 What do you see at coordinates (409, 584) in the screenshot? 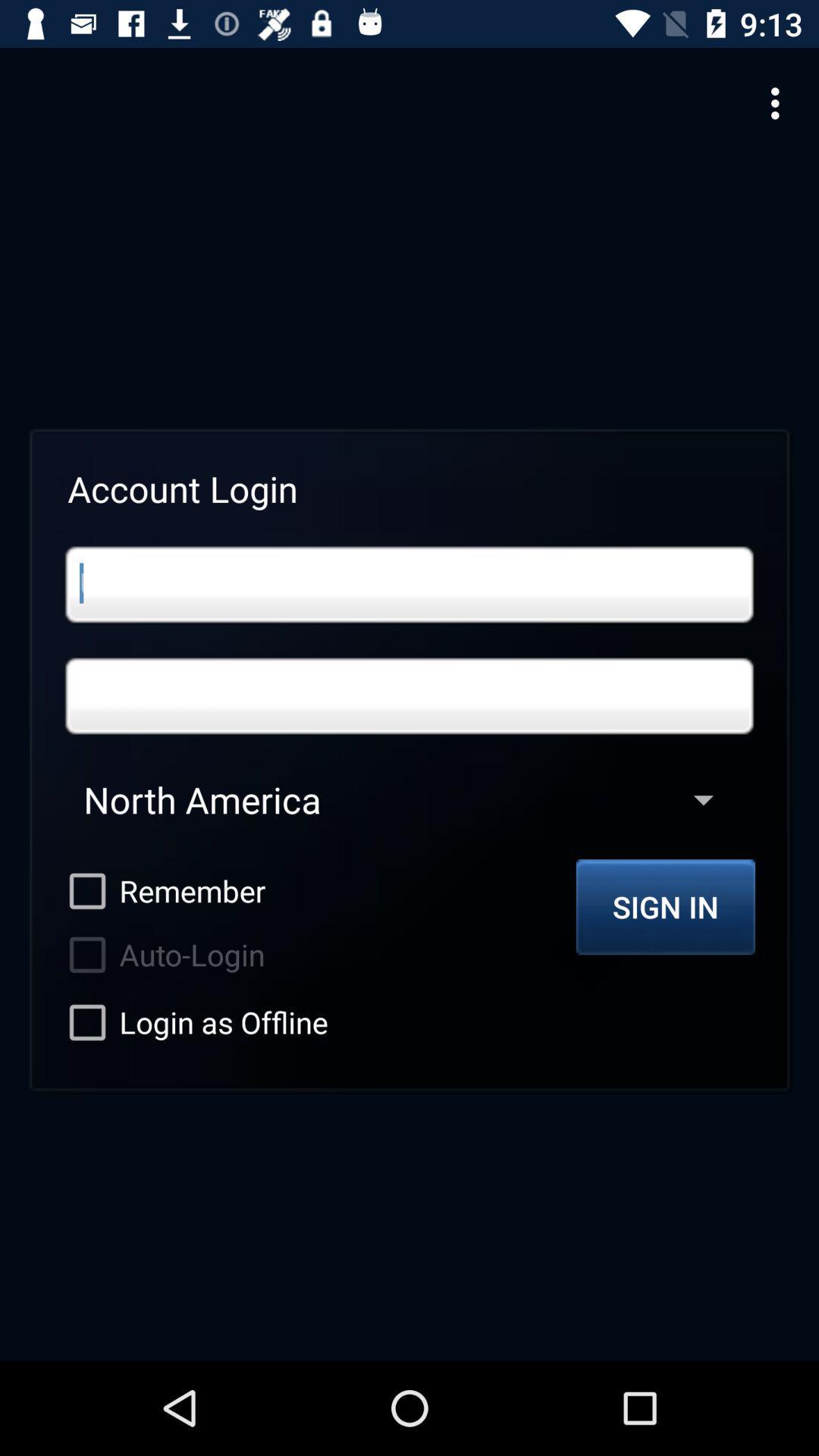
I see `username` at bounding box center [409, 584].